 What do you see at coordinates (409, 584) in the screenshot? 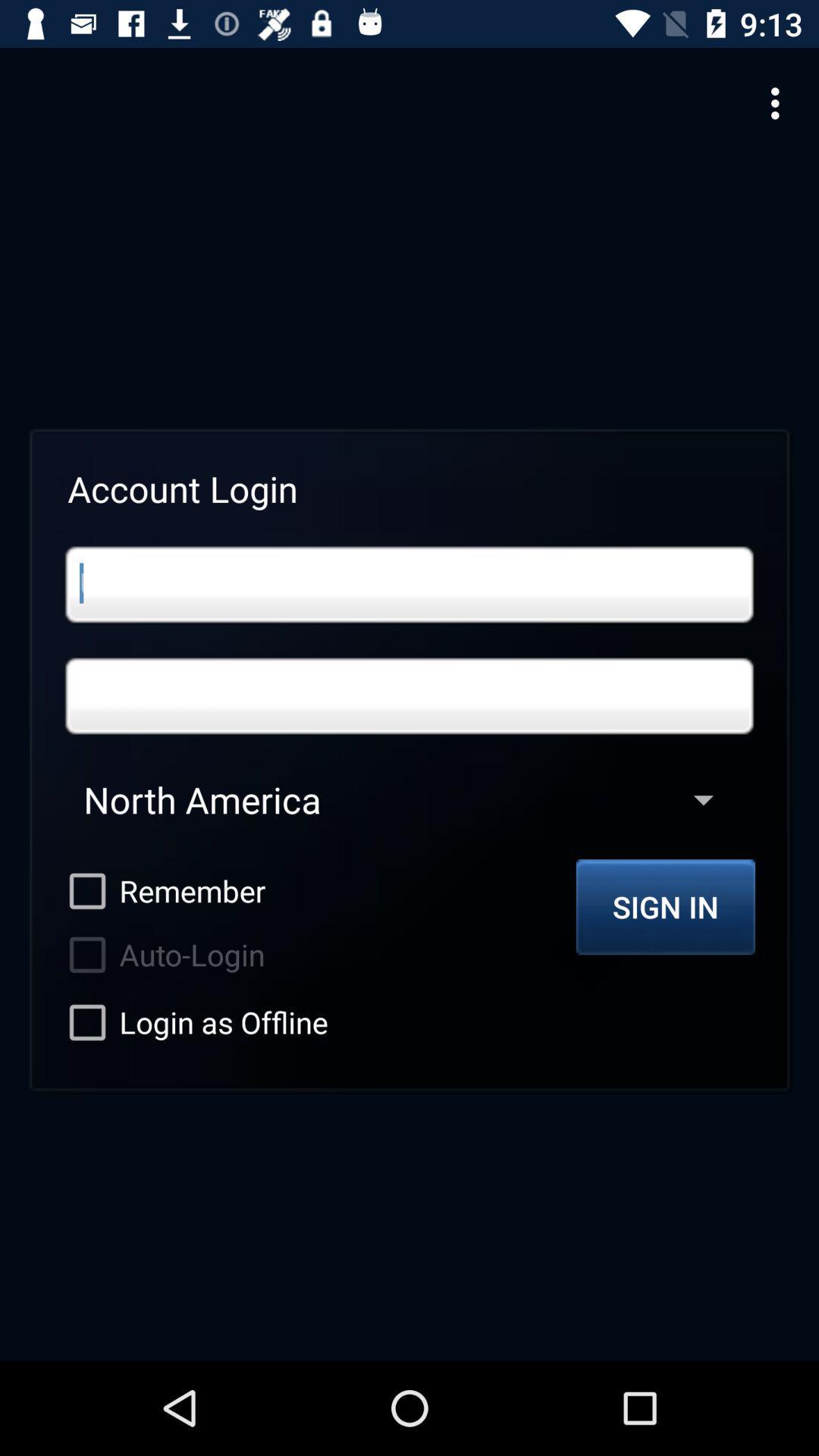
I see `username` at bounding box center [409, 584].